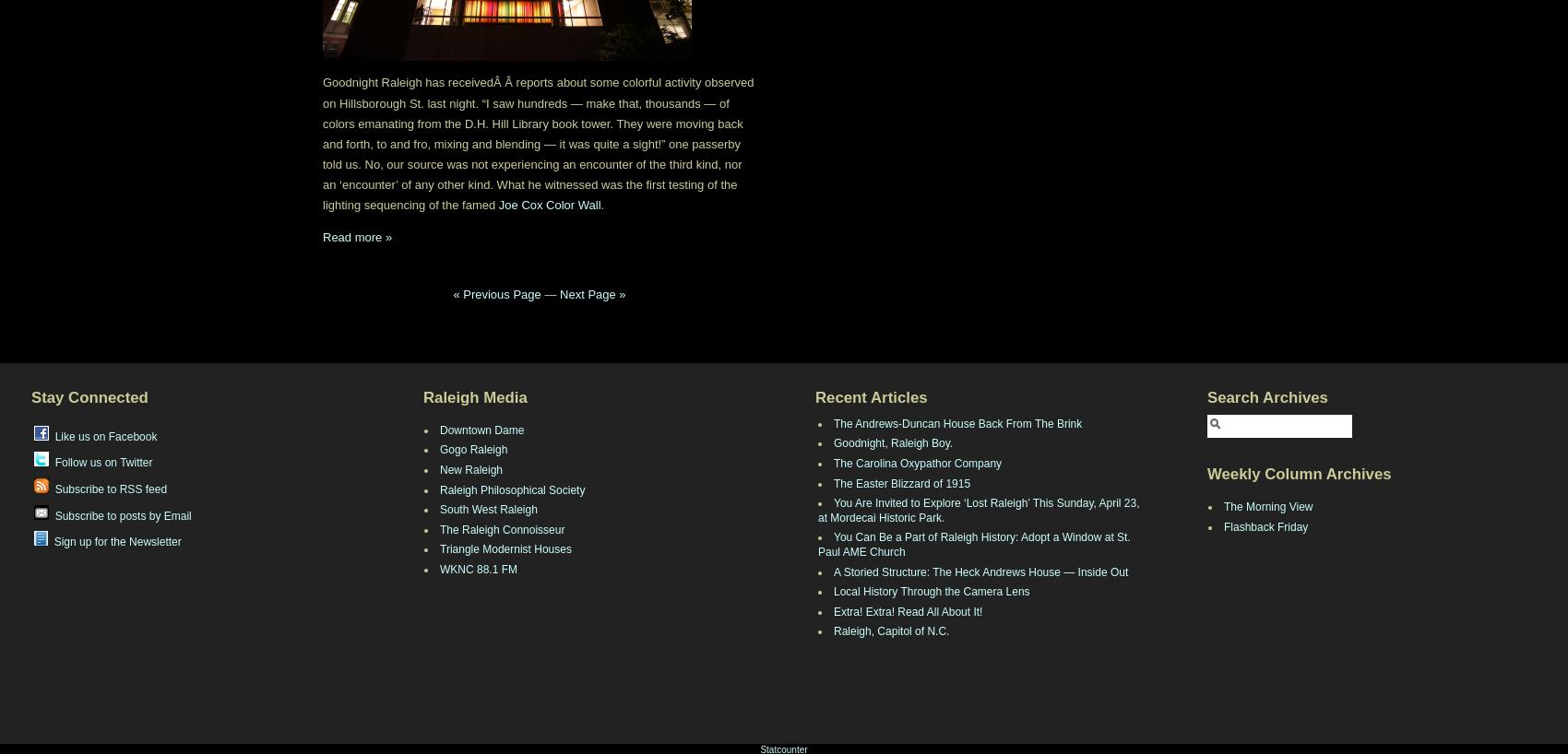 The width and height of the screenshot is (1568, 754). I want to click on 'The Easter Blizzard of 1915', so click(901, 483).